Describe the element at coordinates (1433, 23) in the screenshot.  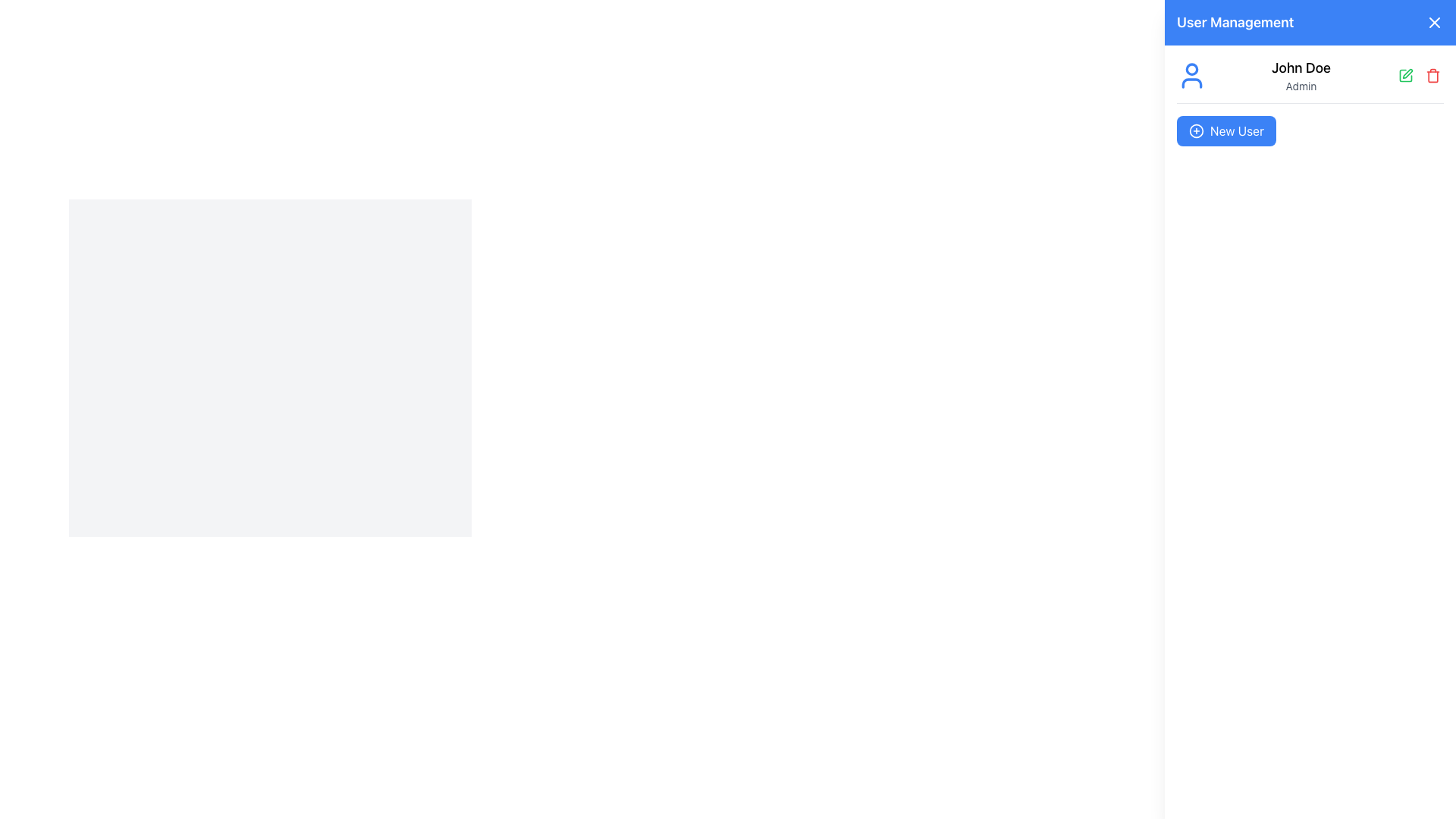
I see `the close button located in the top header, towards the far-right side` at that location.